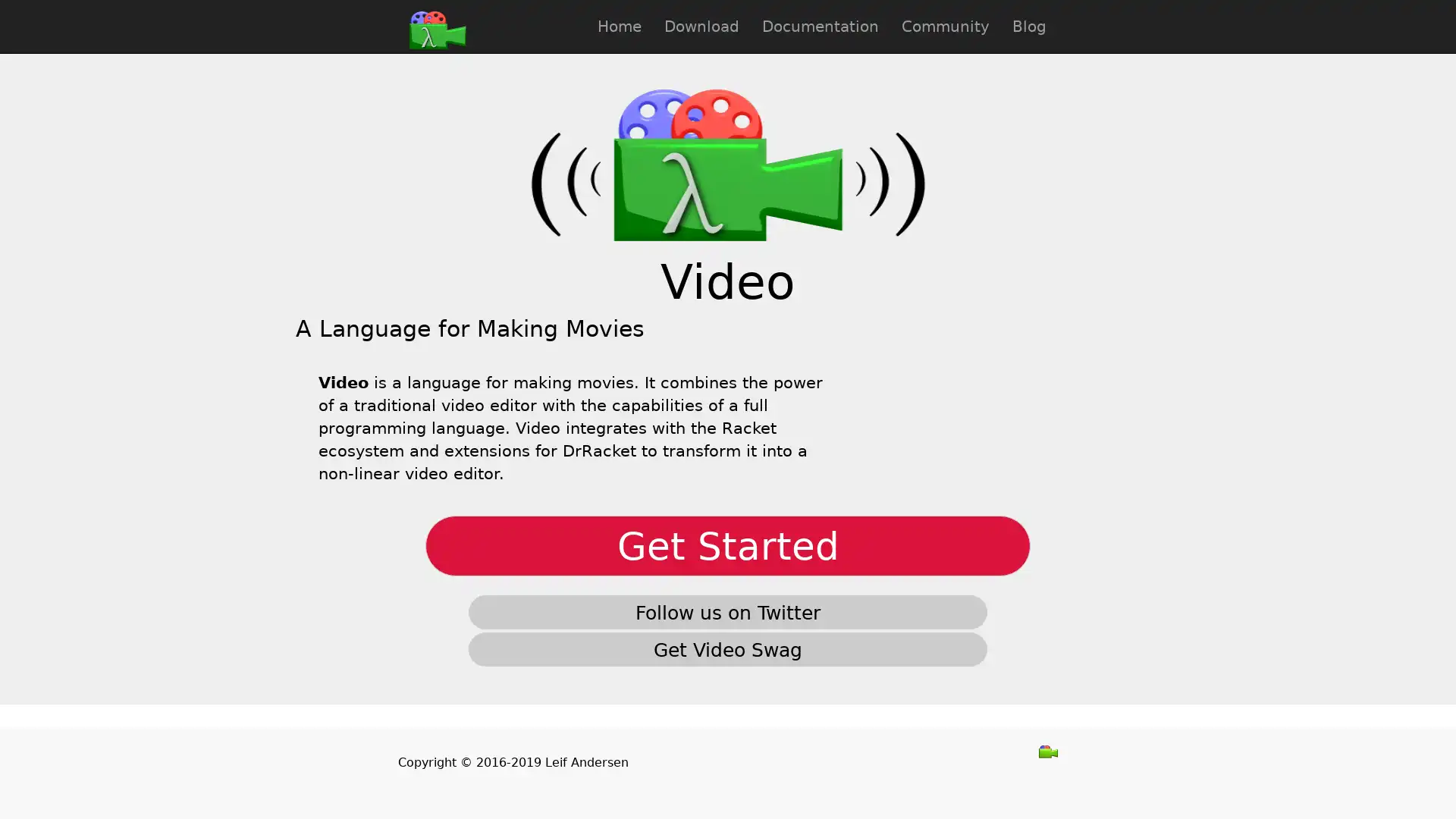  What do you see at coordinates (728, 648) in the screenshot?
I see `Get Video Swag` at bounding box center [728, 648].